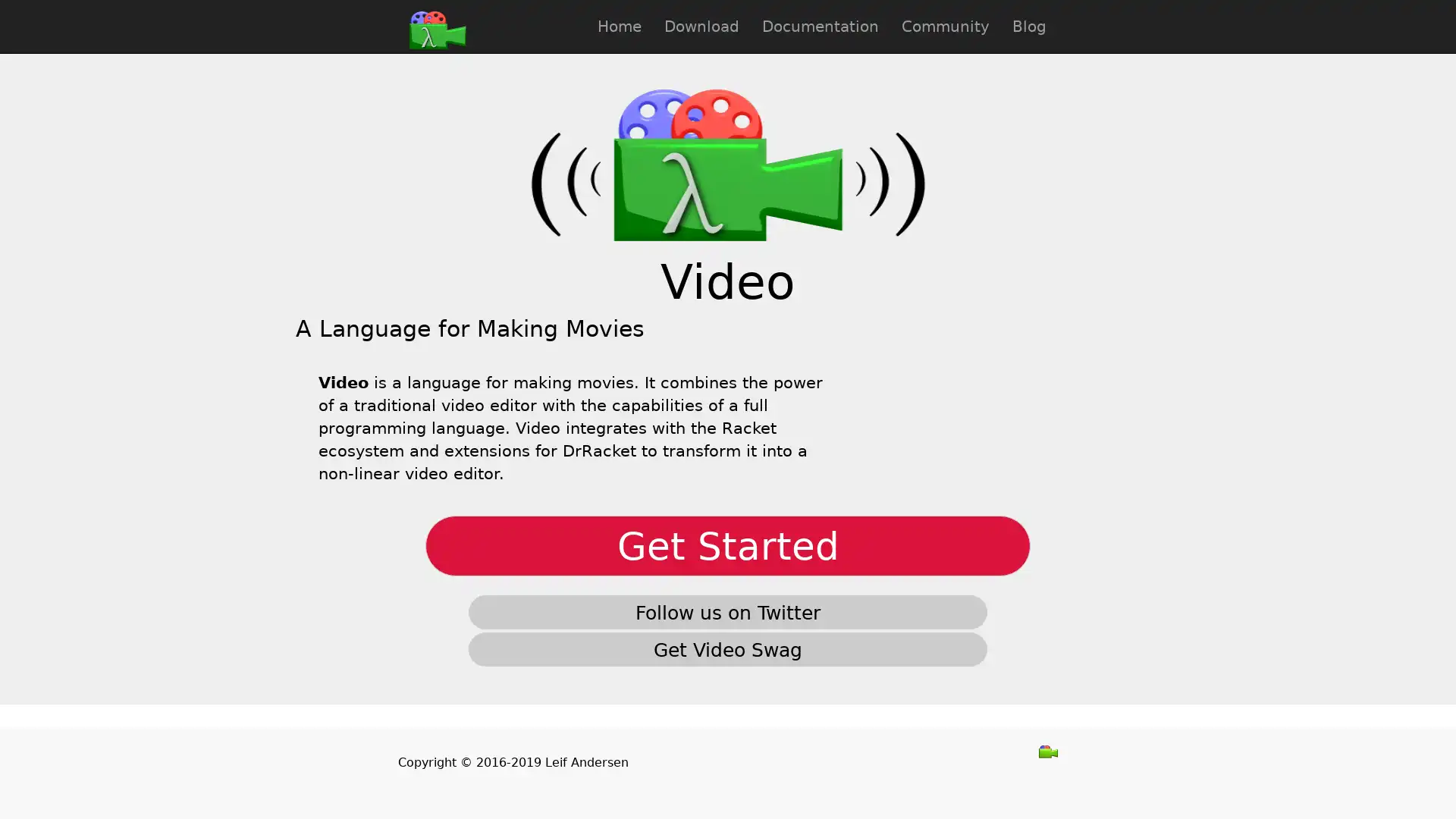  What do you see at coordinates (728, 648) in the screenshot?
I see `Get Video Swag` at bounding box center [728, 648].